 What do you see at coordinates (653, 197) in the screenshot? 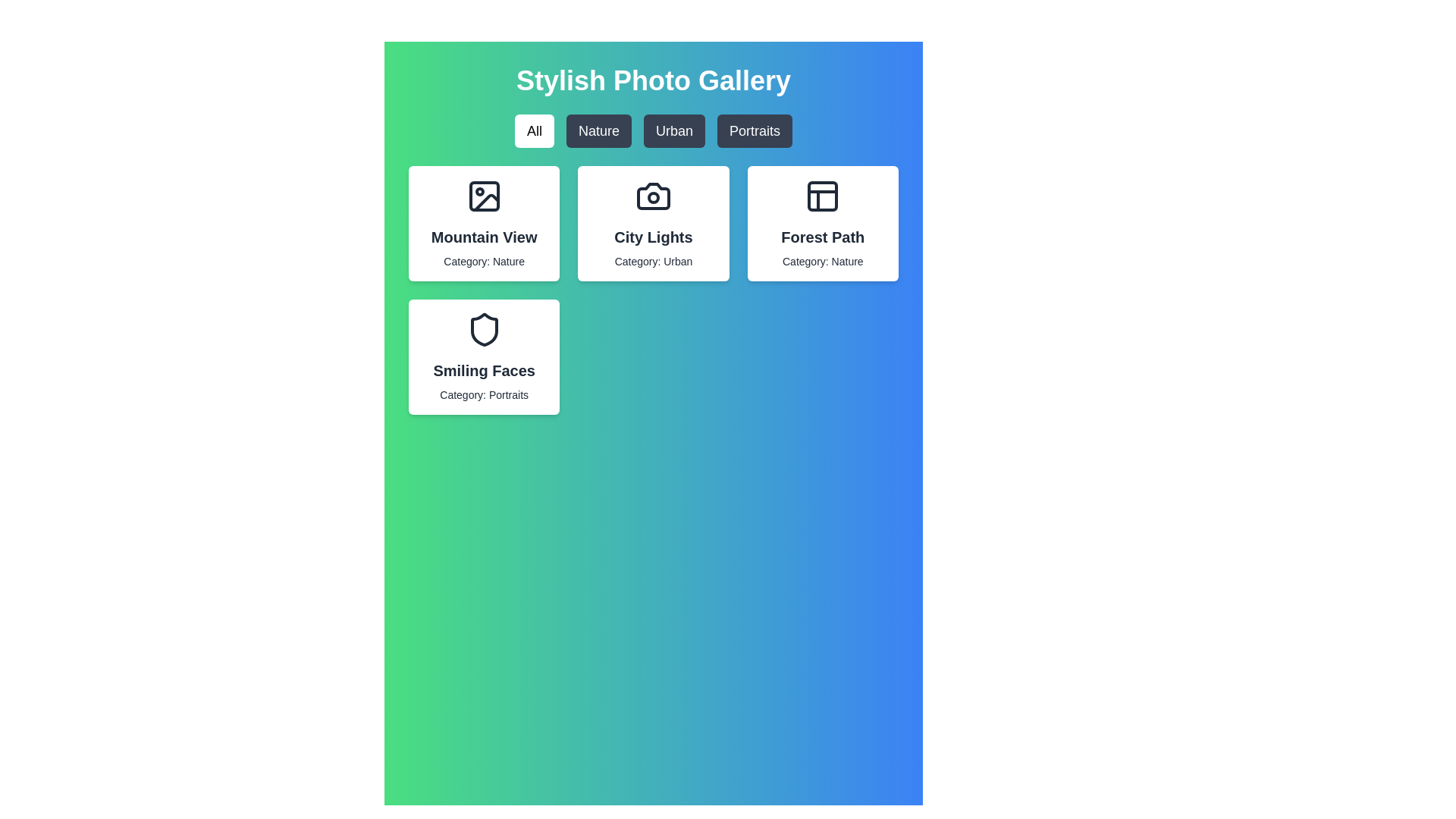
I see `the small circle within the camera icon located in the center of the 'City Lights' card` at bounding box center [653, 197].